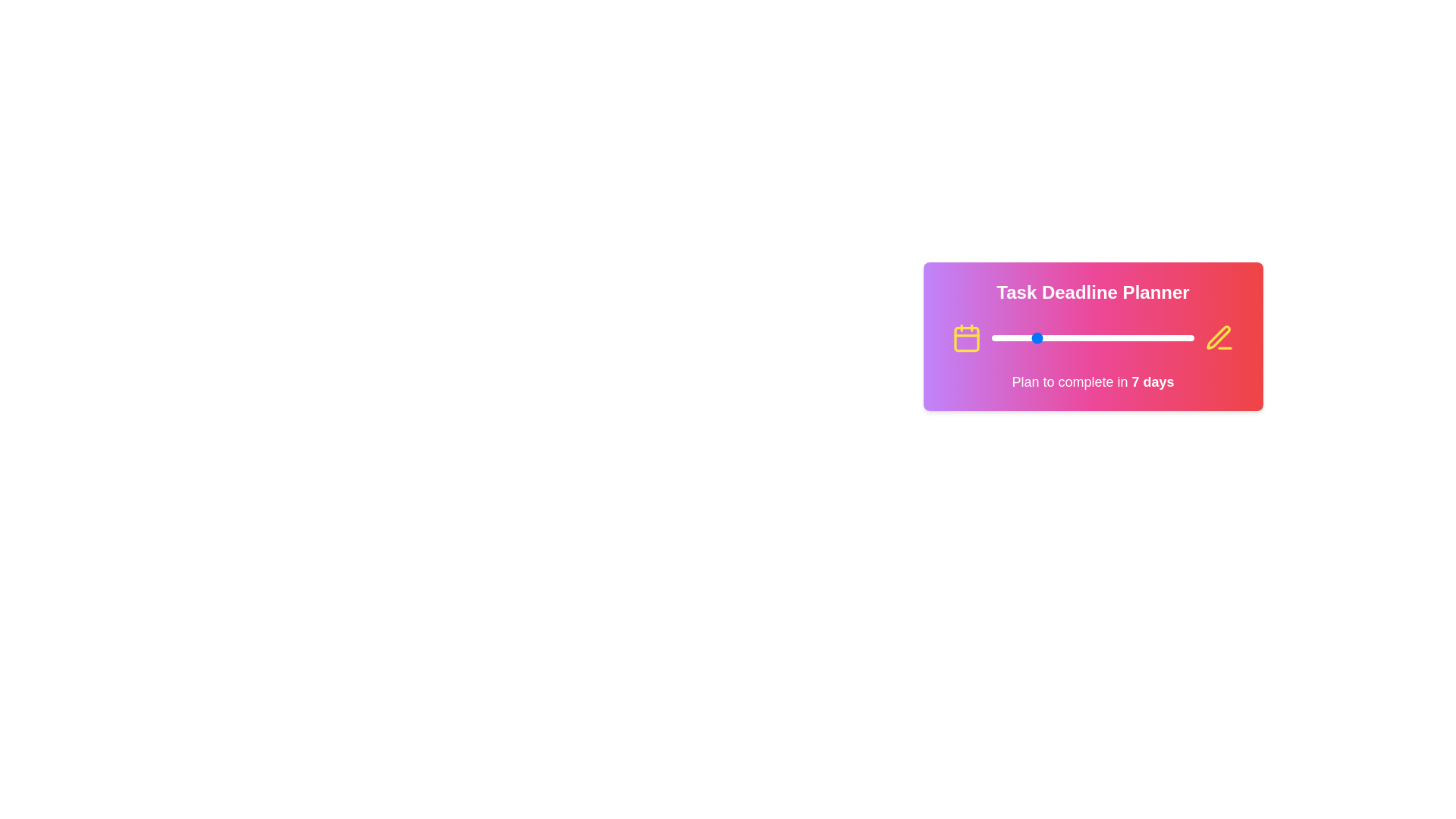  I want to click on the pencil icon to initiate editing the task deadline, so click(1219, 337).